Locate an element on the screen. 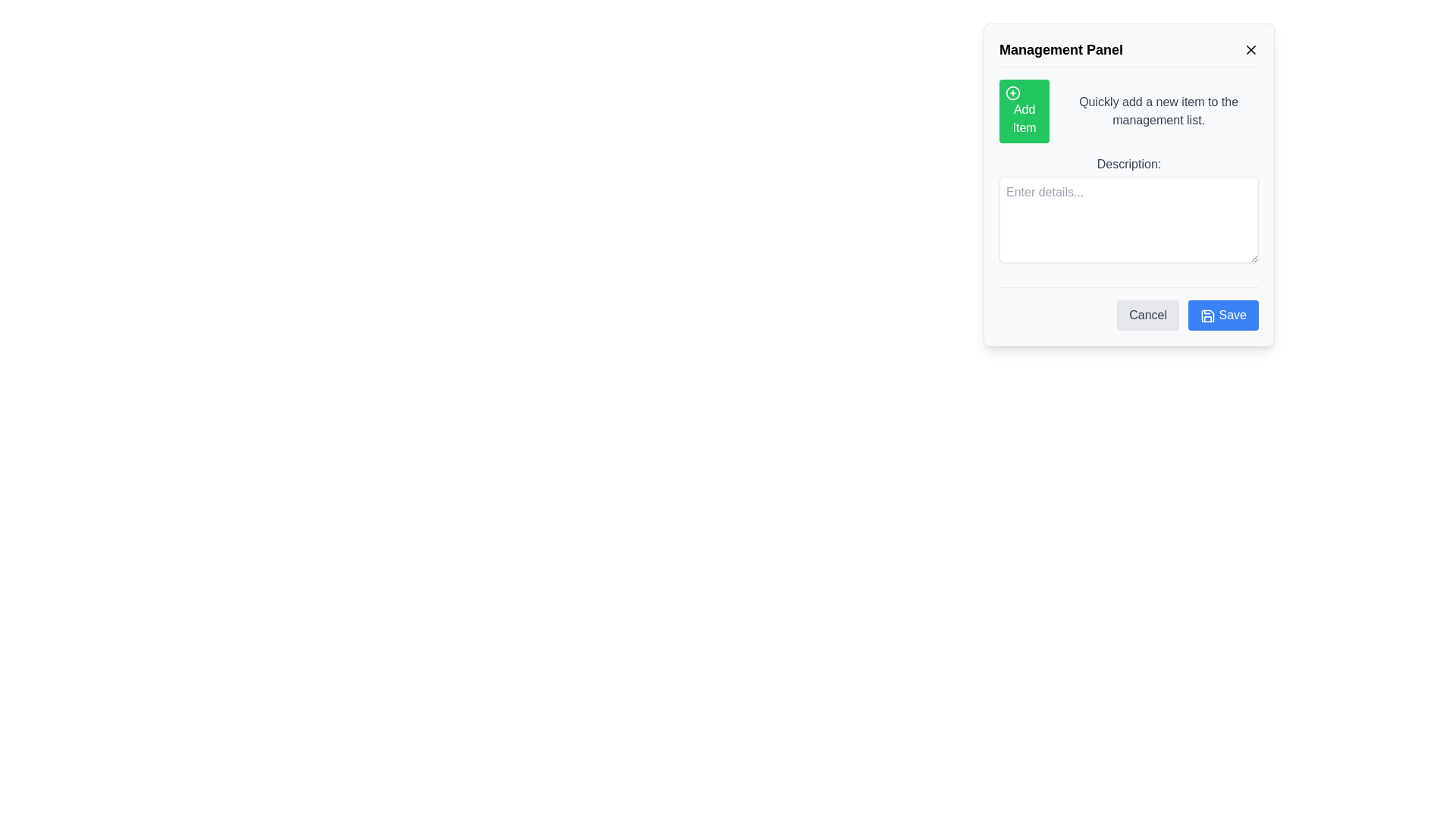 The width and height of the screenshot is (1456, 819). 'Add Item' icon located in the top-left section of the 'Management Panel' dialog box, which is visually represented by a green rectangular button containing the icon is located at coordinates (1012, 93).